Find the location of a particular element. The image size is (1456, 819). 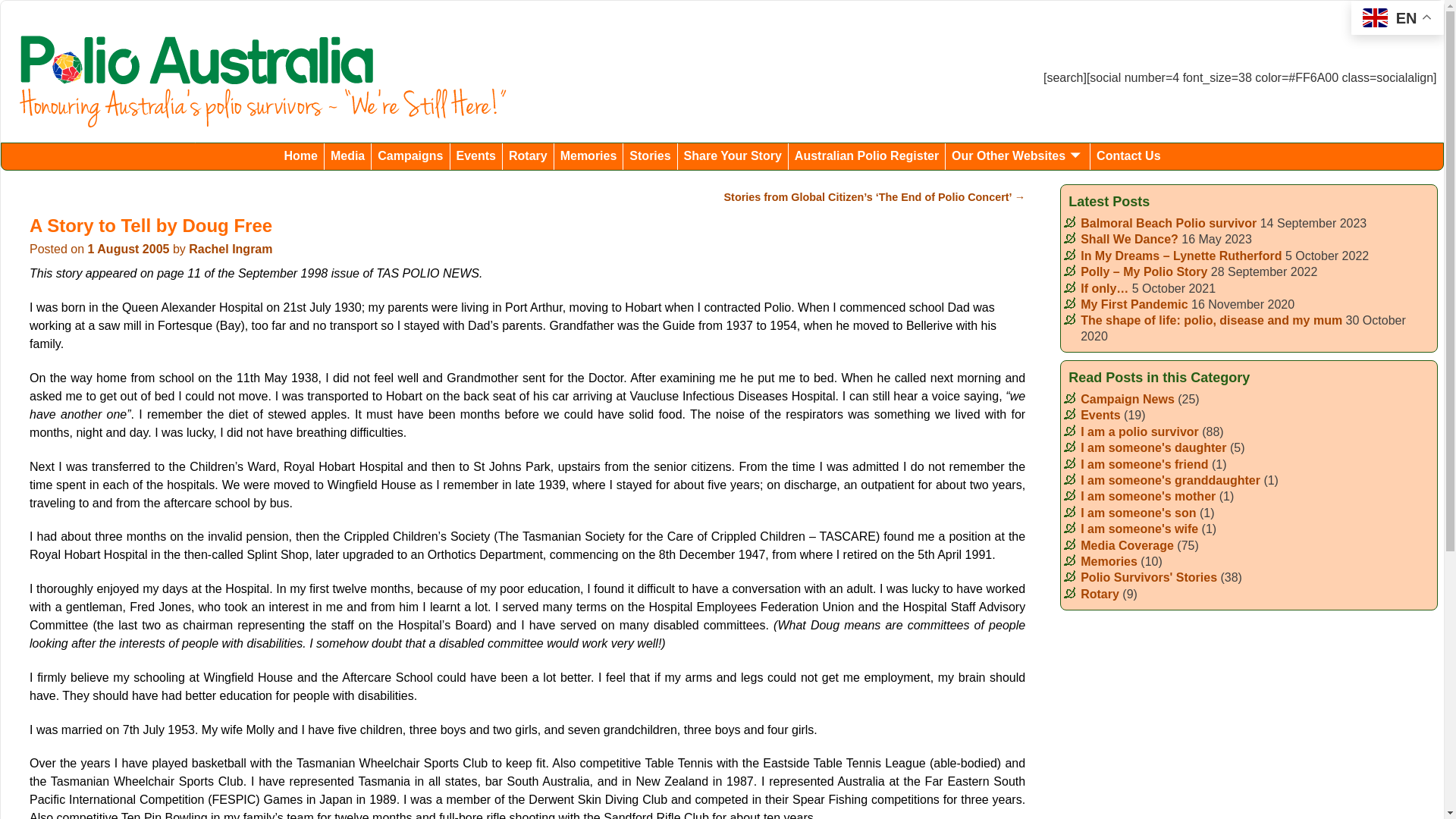

'Our Other Websites' is located at coordinates (1018, 156).